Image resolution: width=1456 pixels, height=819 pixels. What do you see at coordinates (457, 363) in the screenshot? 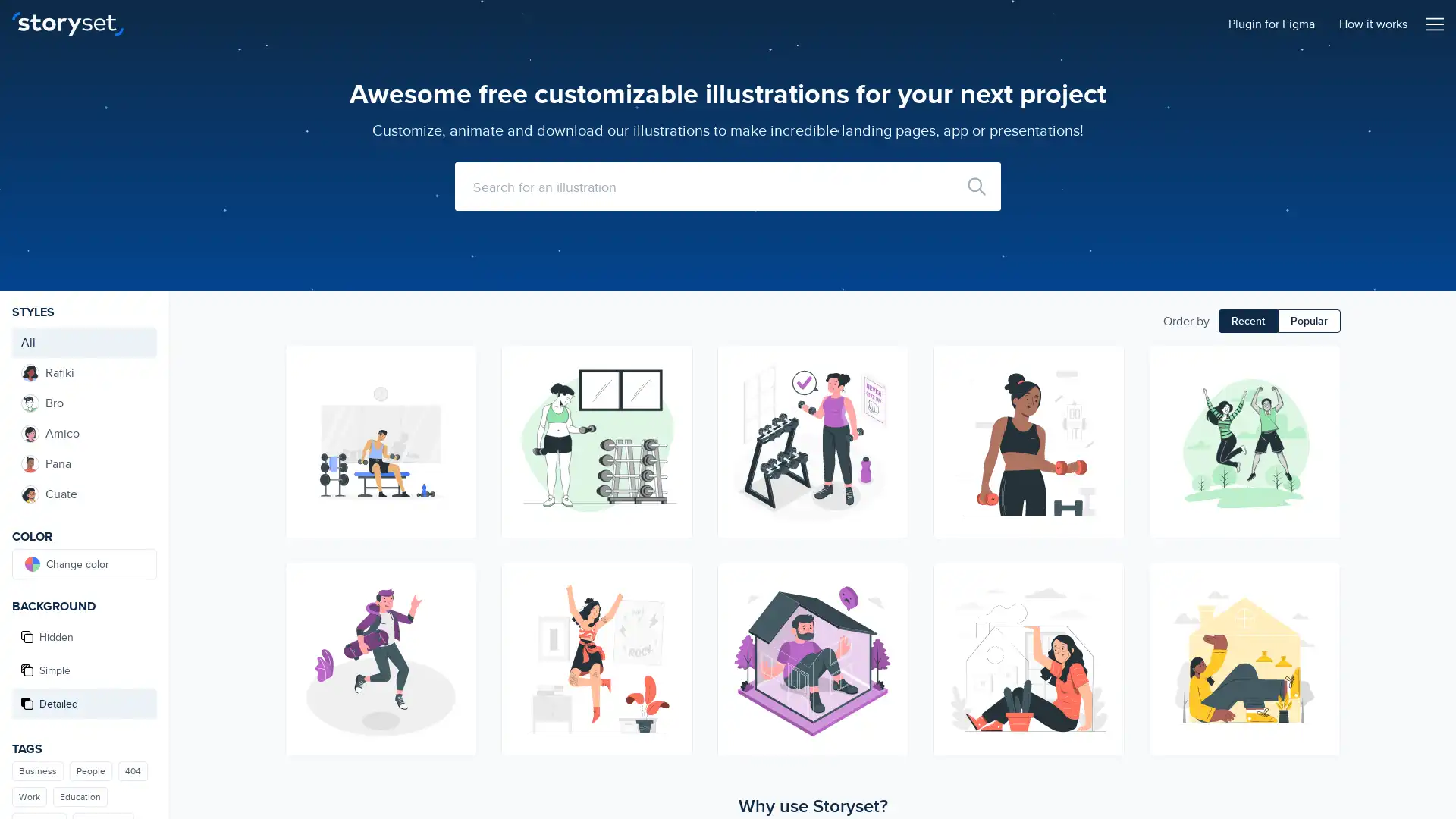
I see `wand icon Animate` at bounding box center [457, 363].